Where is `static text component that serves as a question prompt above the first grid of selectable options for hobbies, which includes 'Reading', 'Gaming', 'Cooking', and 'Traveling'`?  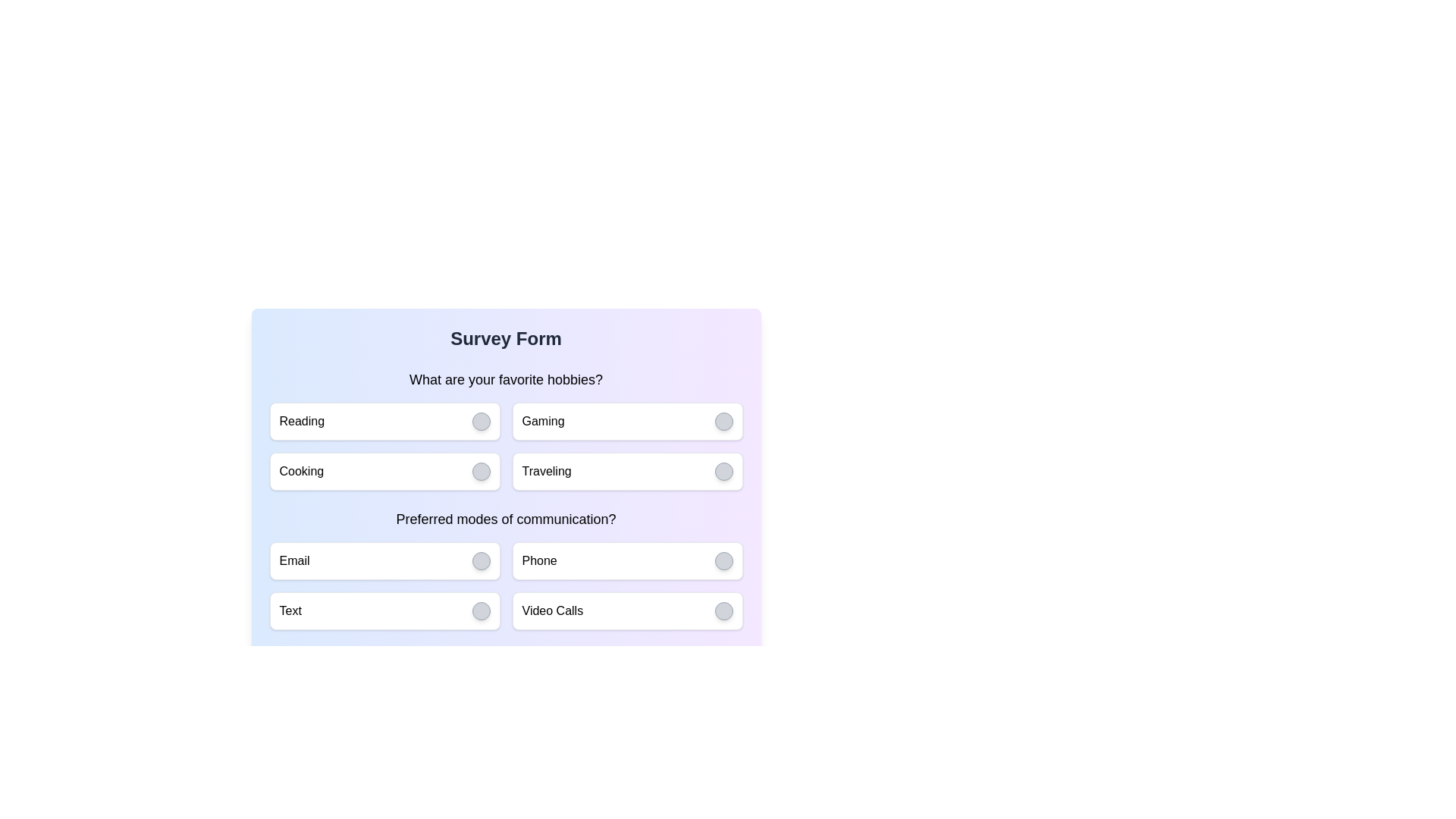 static text component that serves as a question prompt above the first grid of selectable options for hobbies, which includes 'Reading', 'Gaming', 'Cooking', and 'Traveling' is located at coordinates (506, 379).